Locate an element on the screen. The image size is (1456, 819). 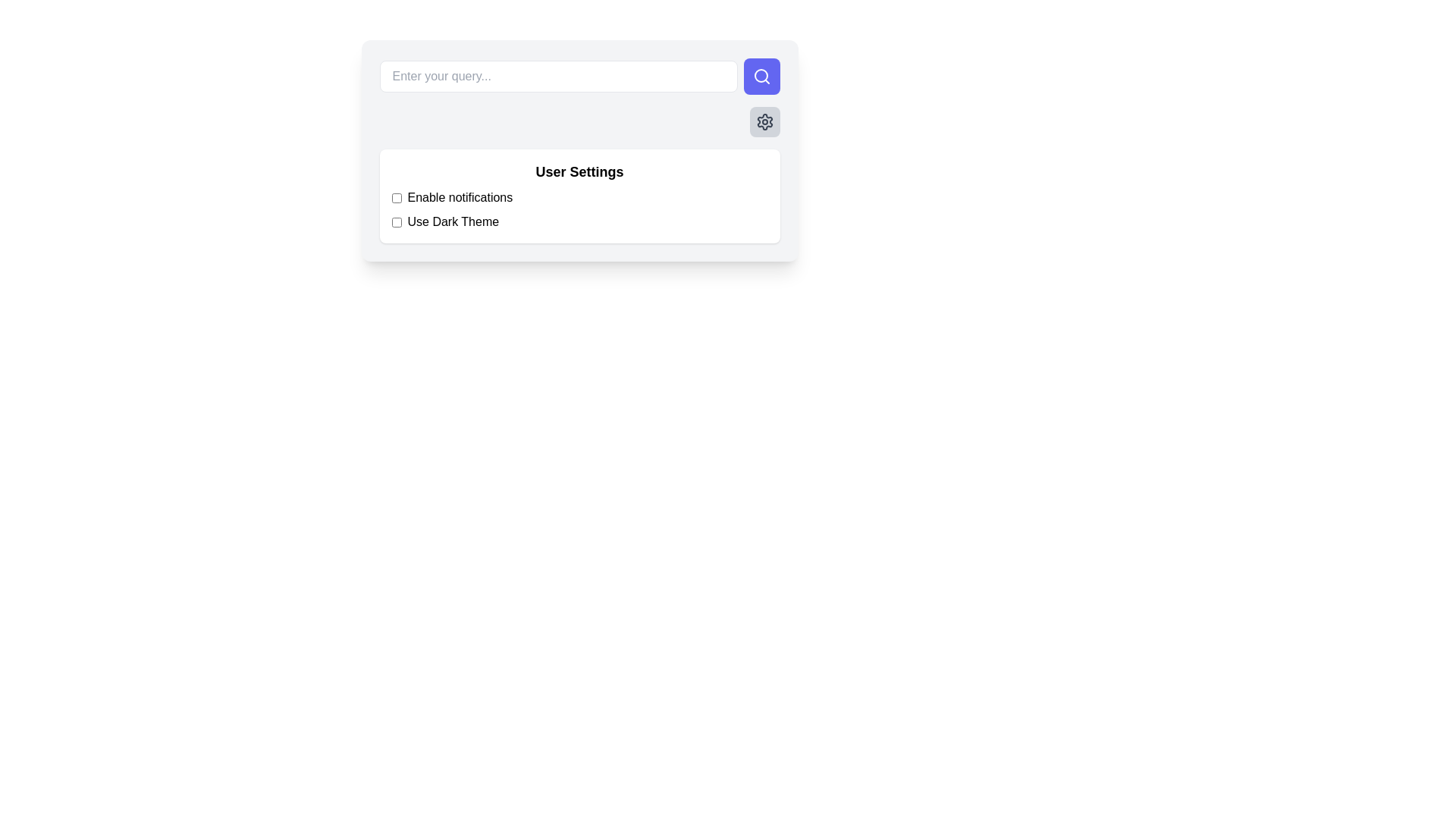
the decorative circular element of the search icon, located near the top-right corner of the interface is located at coordinates (761, 76).